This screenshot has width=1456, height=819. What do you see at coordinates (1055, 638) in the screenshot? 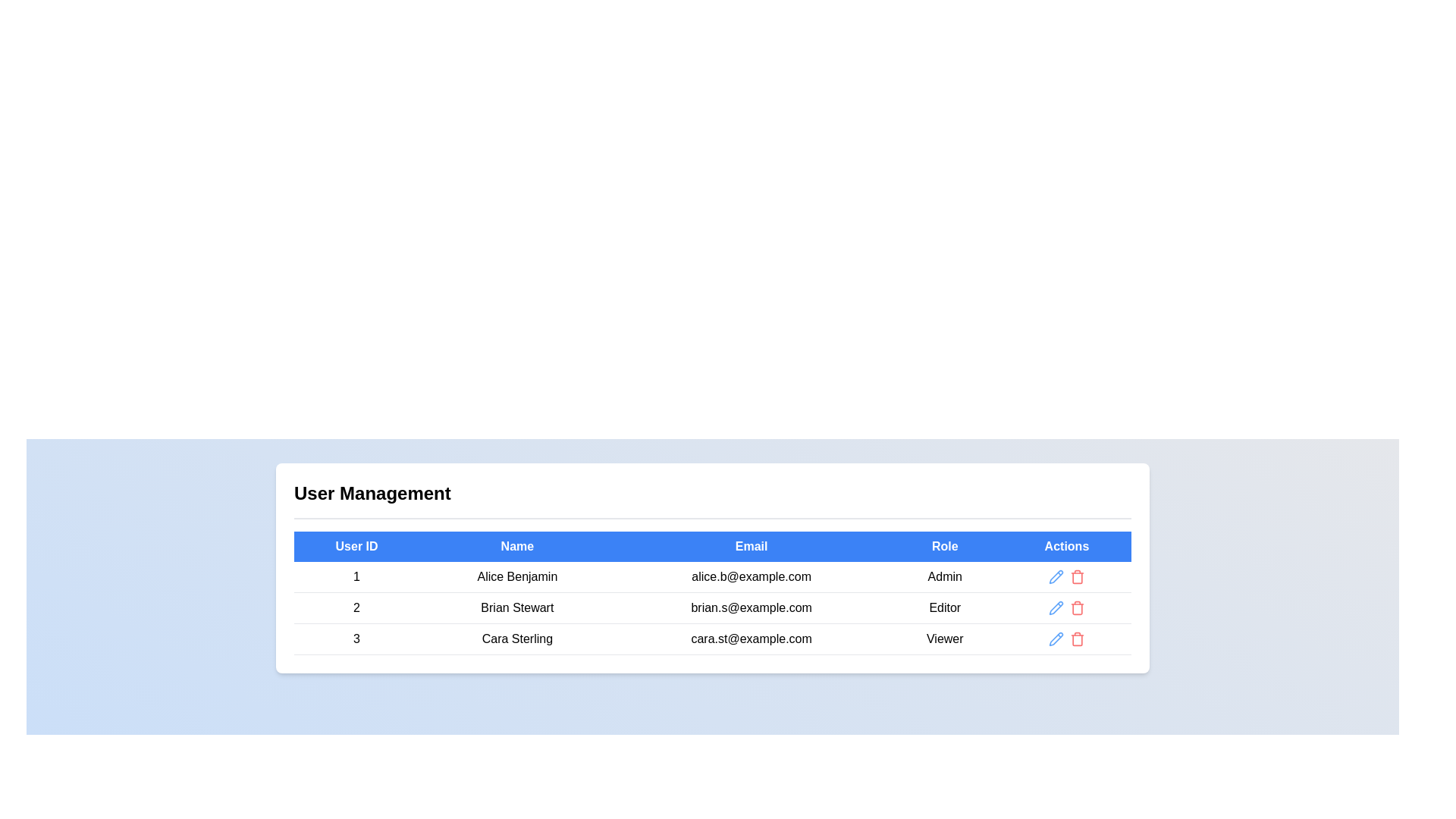
I see `the pencil icon button in the 'Actions' column of the third row` at bounding box center [1055, 638].